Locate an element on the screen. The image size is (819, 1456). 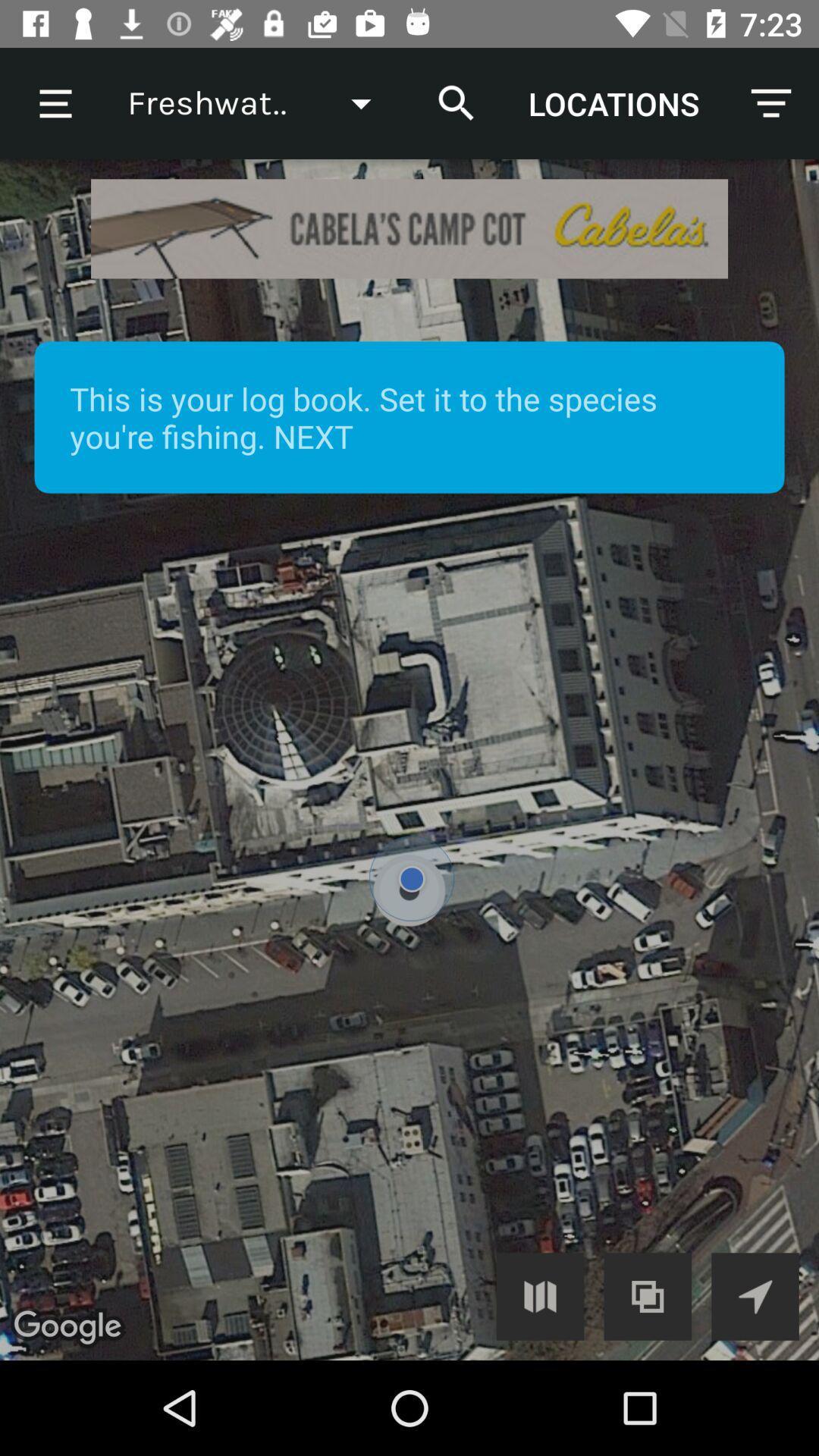
the copy icon is located at coordinates (648, 1295).